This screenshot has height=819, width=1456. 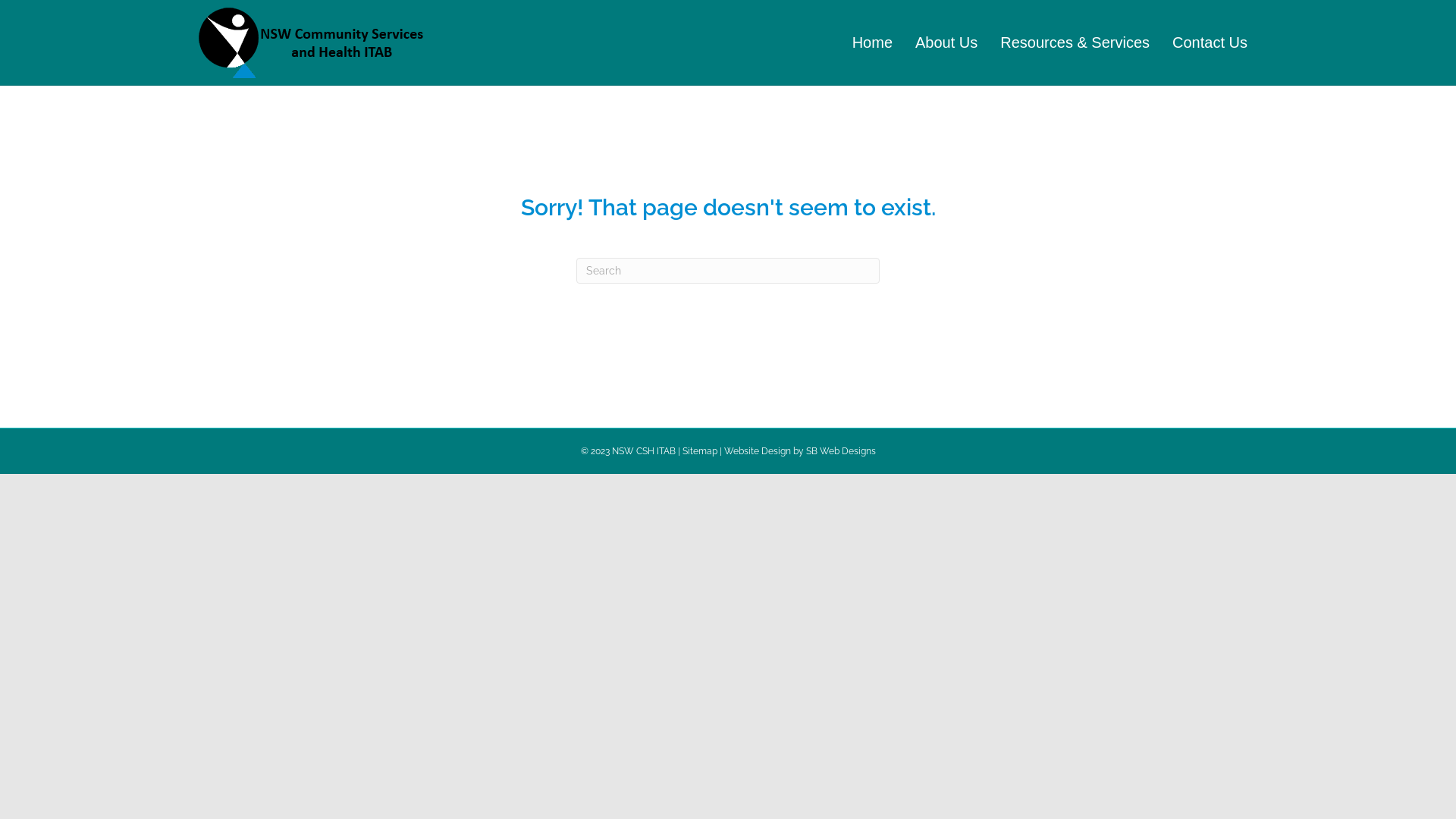 I want to click on 'SB Web Designs', so click(x=839, y=450).